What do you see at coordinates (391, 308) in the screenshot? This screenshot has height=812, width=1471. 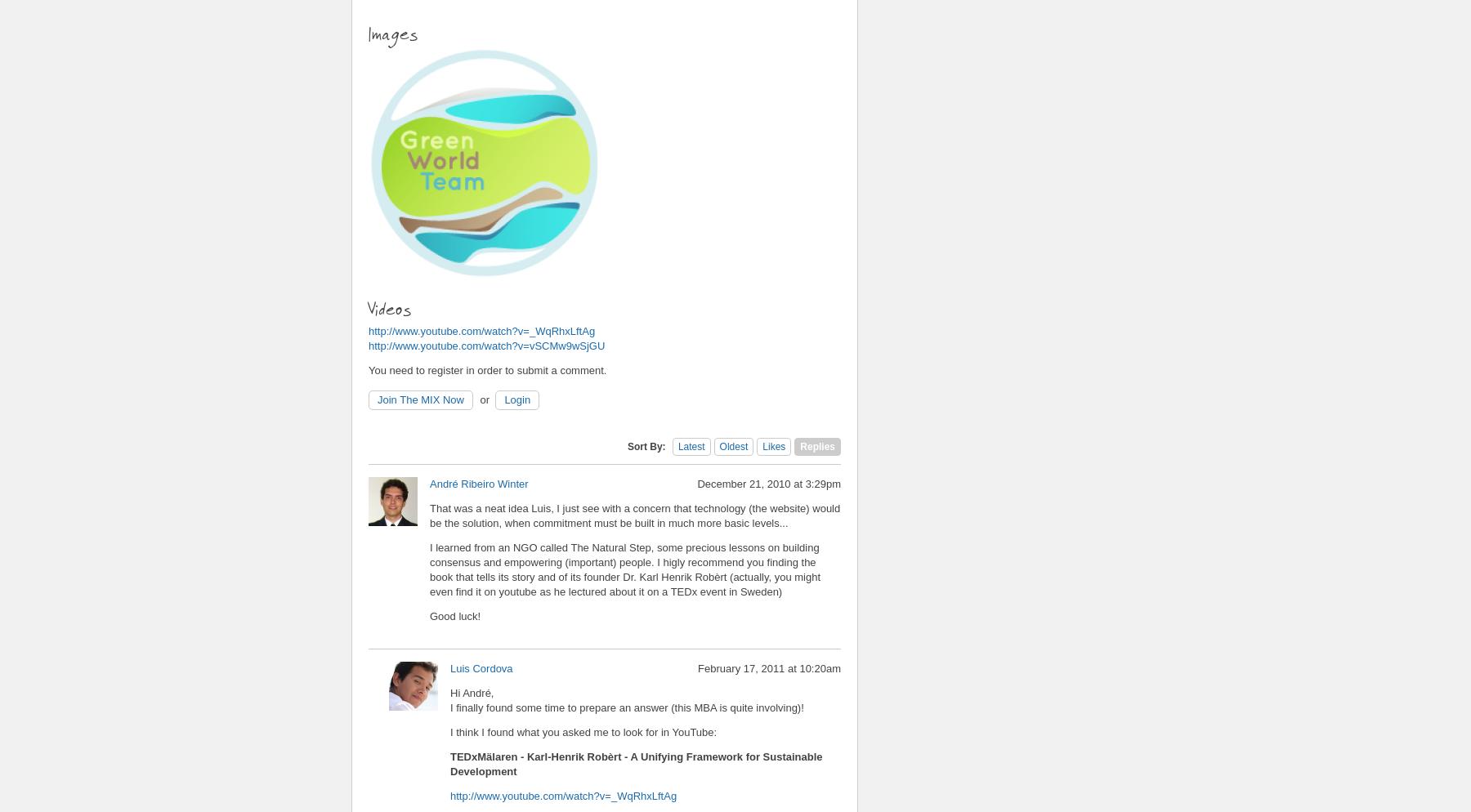 I see `'Videos'` at bounding box center [391, 308].